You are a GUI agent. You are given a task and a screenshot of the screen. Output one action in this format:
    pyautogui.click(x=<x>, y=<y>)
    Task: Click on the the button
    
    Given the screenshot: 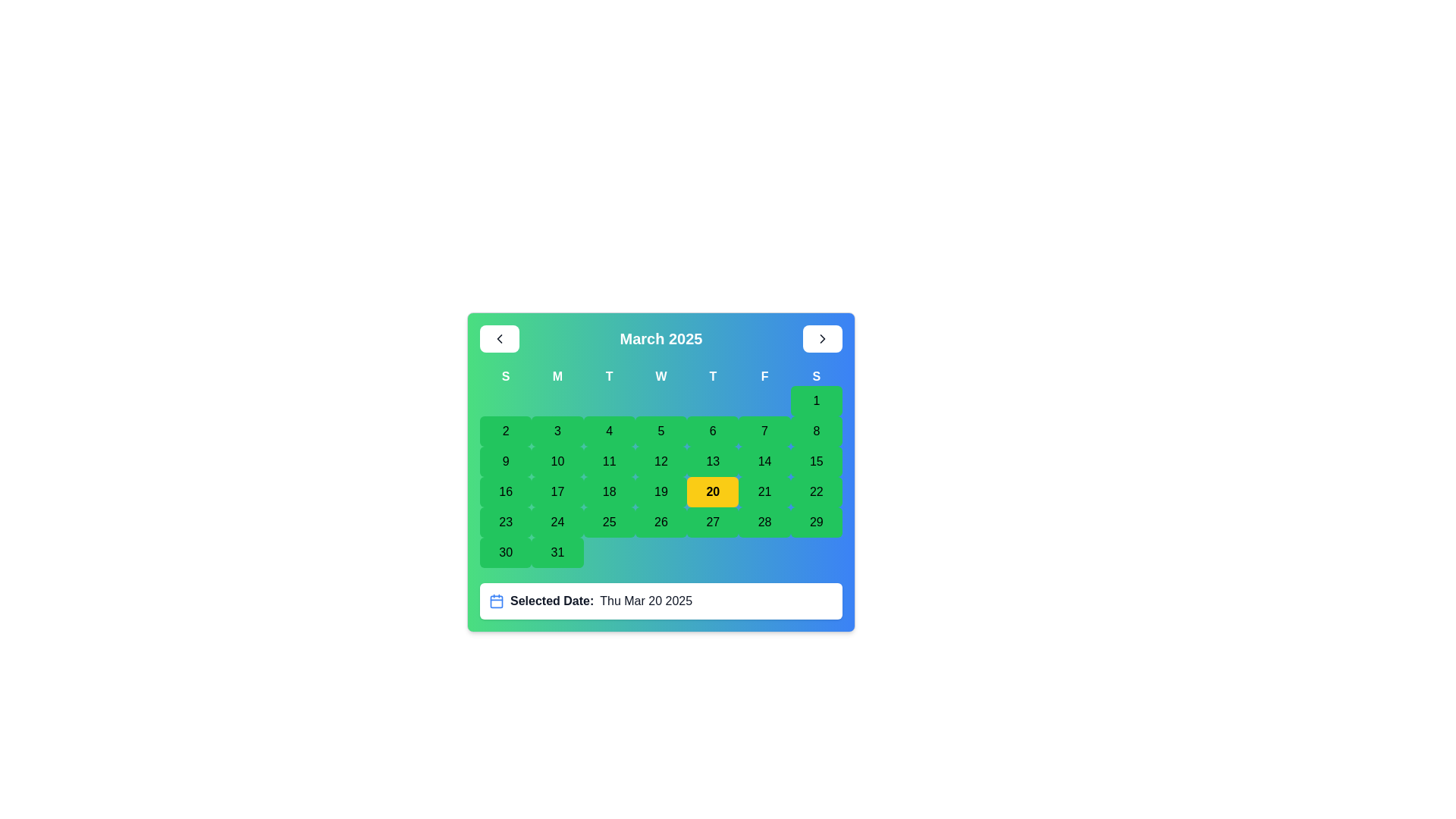 What is the action you would take?
    pyautogui.click(x=764, y=522)
    